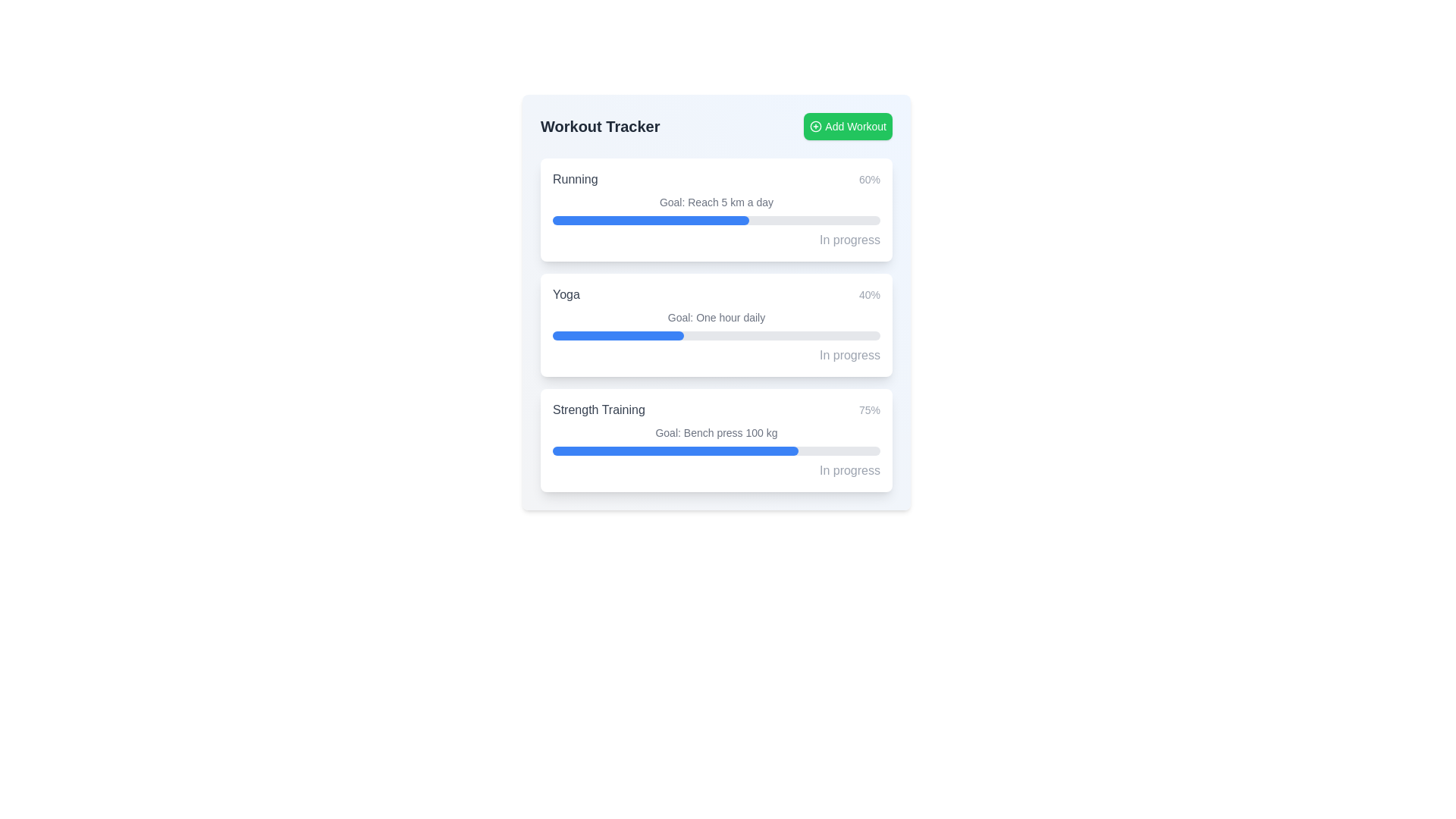 The image size is (1456, 819). I want to click on the text label displaying 'In progress' in light gray color, located inside the 'Running' task card, to the far right of the progress bar, so click(849, 239).